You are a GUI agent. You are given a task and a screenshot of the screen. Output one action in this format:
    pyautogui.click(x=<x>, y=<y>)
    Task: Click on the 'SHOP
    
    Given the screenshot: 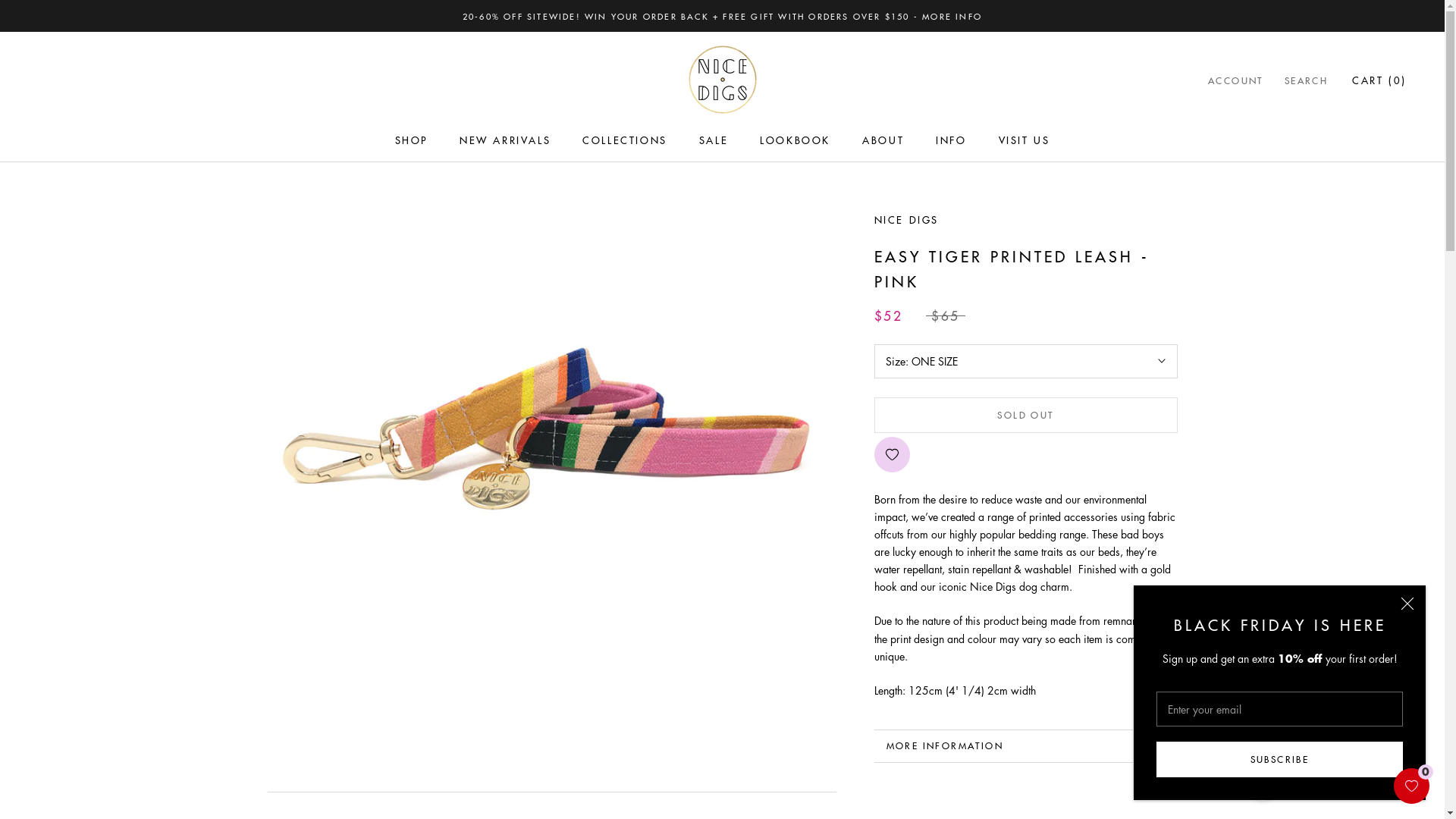 What is the action you would take?
    pyautogui.click(x=395, y=140)
    